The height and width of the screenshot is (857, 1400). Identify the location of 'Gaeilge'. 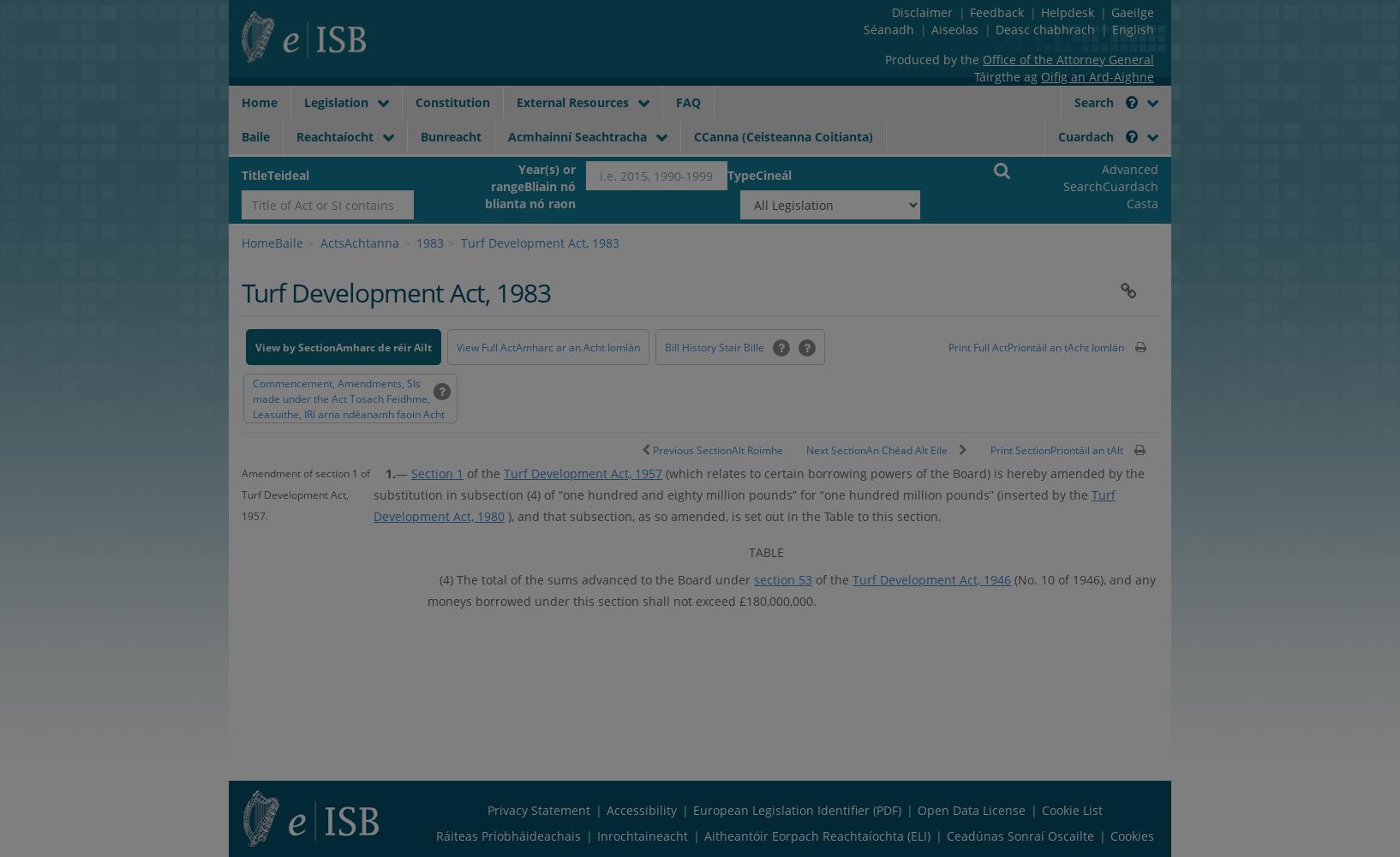
(1130, 12).